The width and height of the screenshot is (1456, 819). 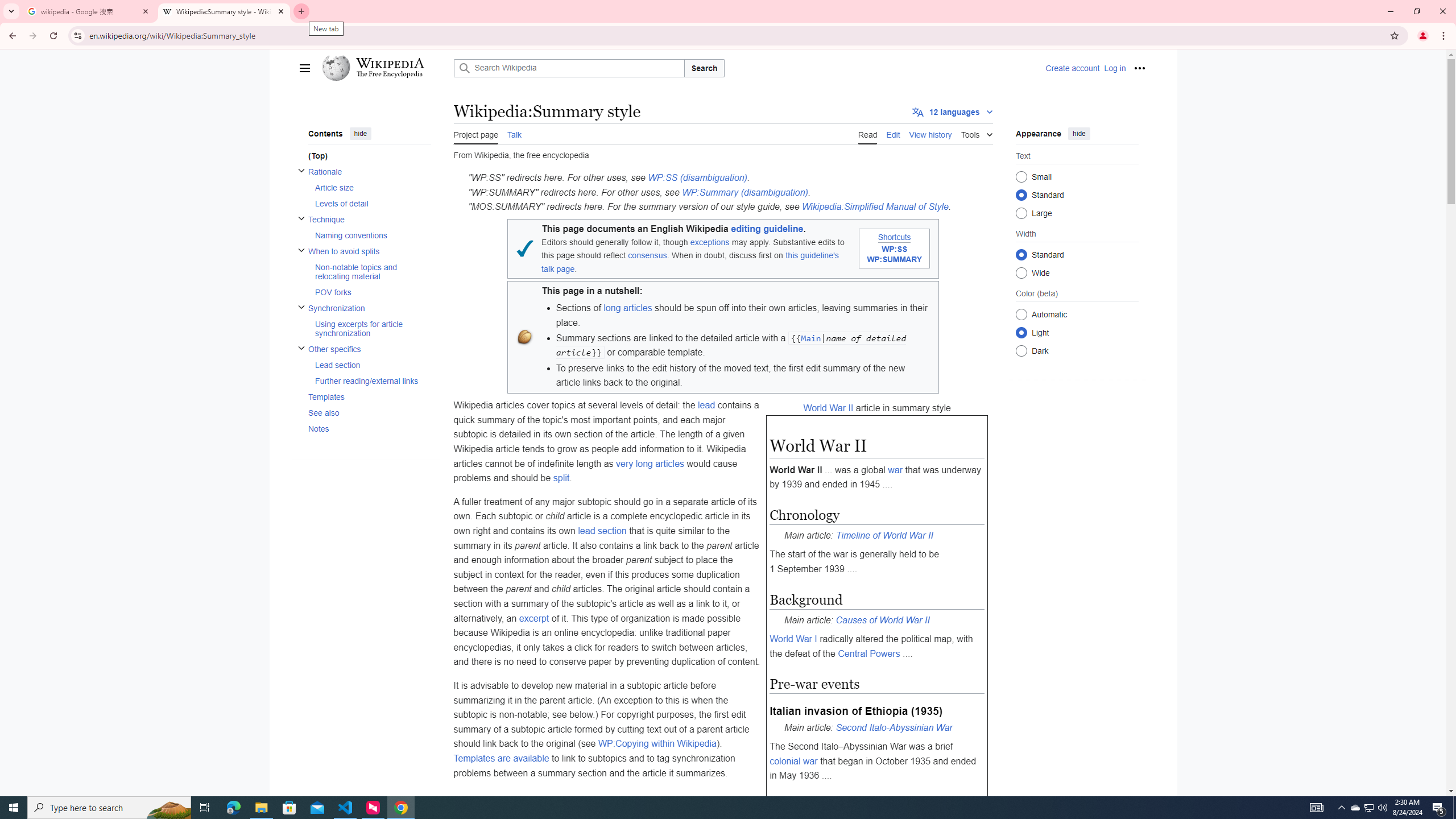 I want to click on 'Log in', so click(x=1114, y=68).